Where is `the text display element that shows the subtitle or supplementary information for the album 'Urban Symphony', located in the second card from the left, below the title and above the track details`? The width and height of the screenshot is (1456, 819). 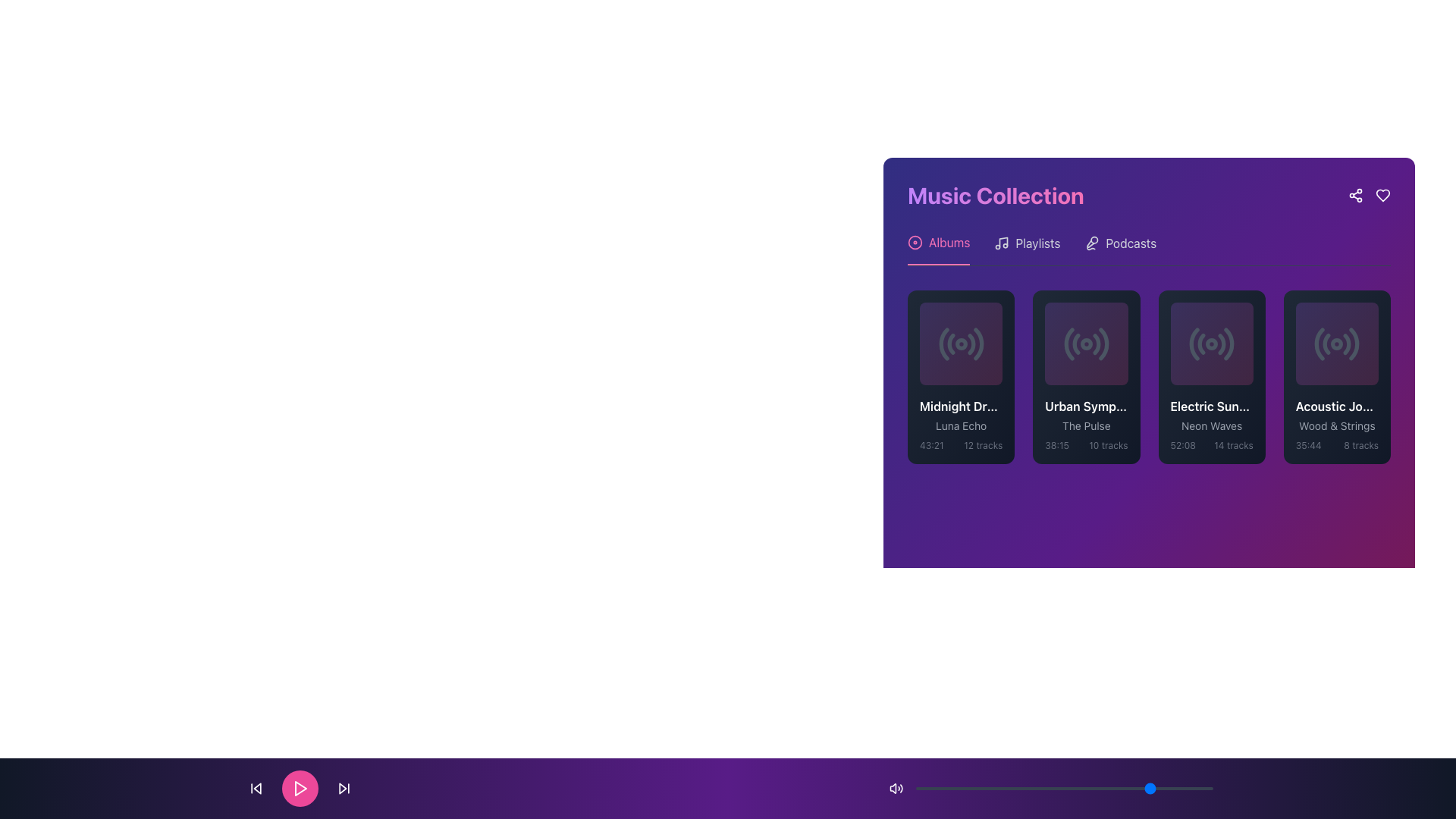
the text display element that shows the subtitle or supplementary information for the album 'Urban Symphony', located in the second card from the left, below the title and above the track details is located at coordinates (1085, 426).